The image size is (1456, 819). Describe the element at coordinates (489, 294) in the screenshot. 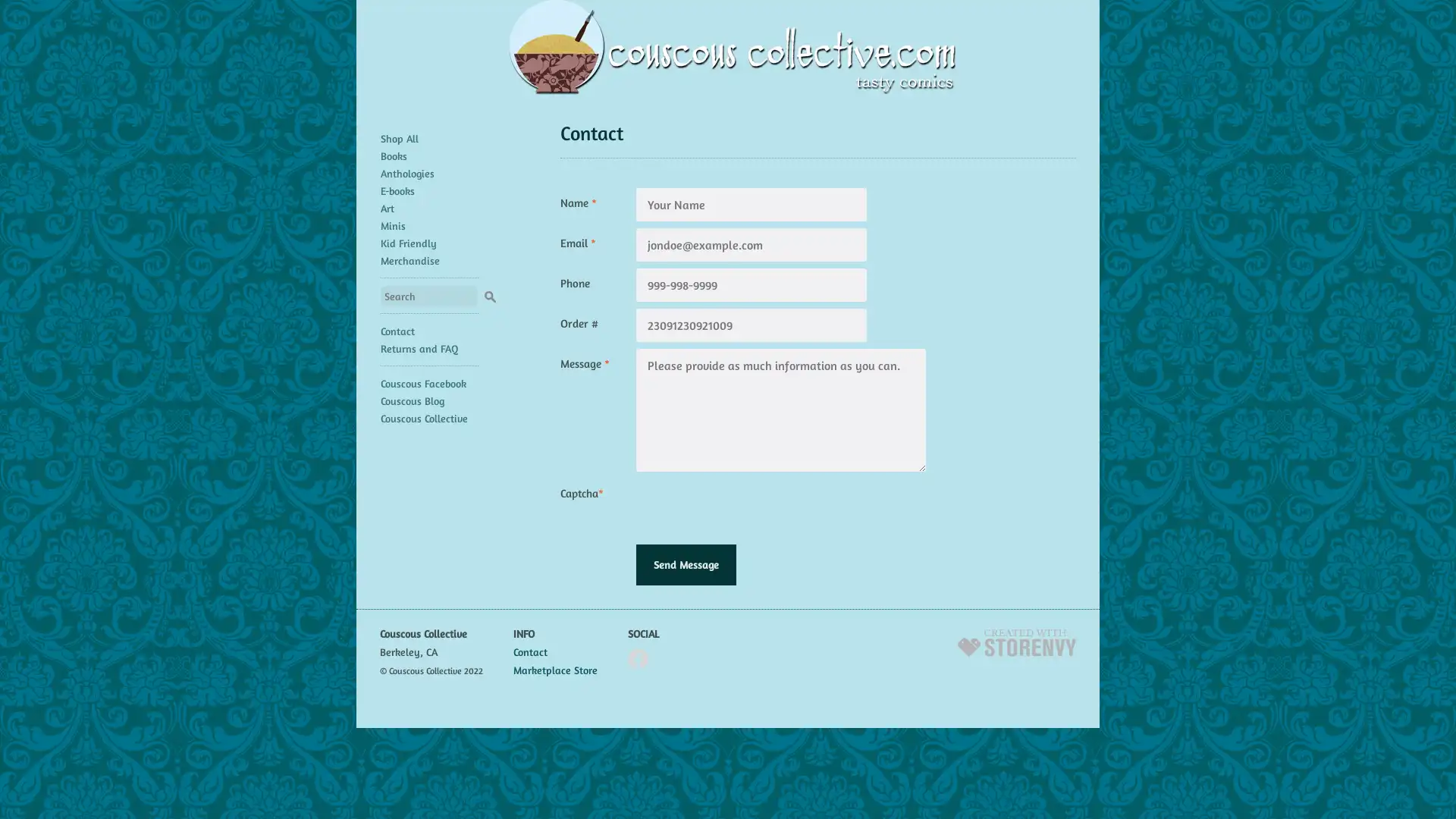

I see `Search` at that location.